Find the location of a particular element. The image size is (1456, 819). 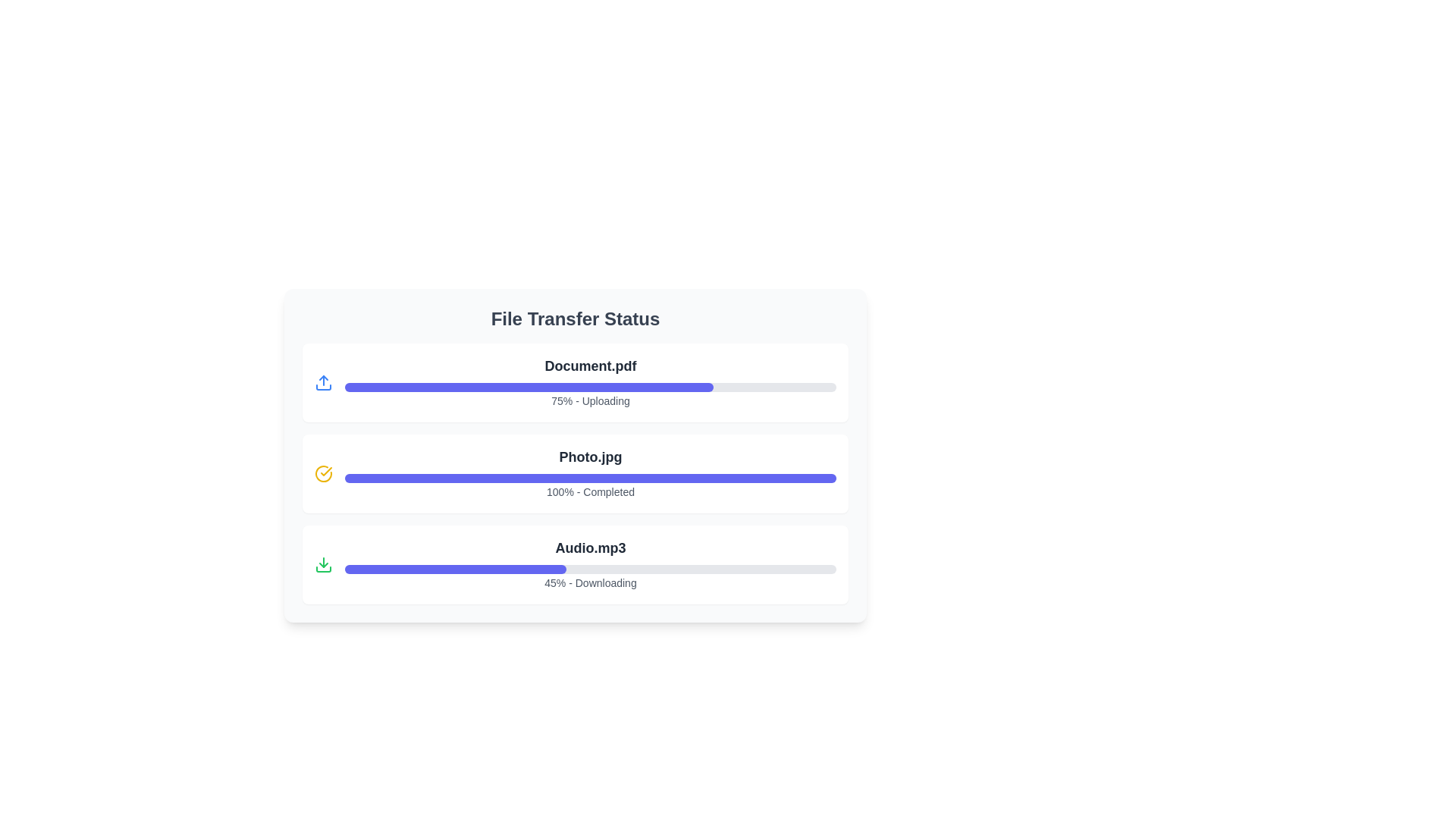

the circular yellow check mark icon in the second file transfer status row for 'Photo.jpg' is located at coordinates (323, 472).